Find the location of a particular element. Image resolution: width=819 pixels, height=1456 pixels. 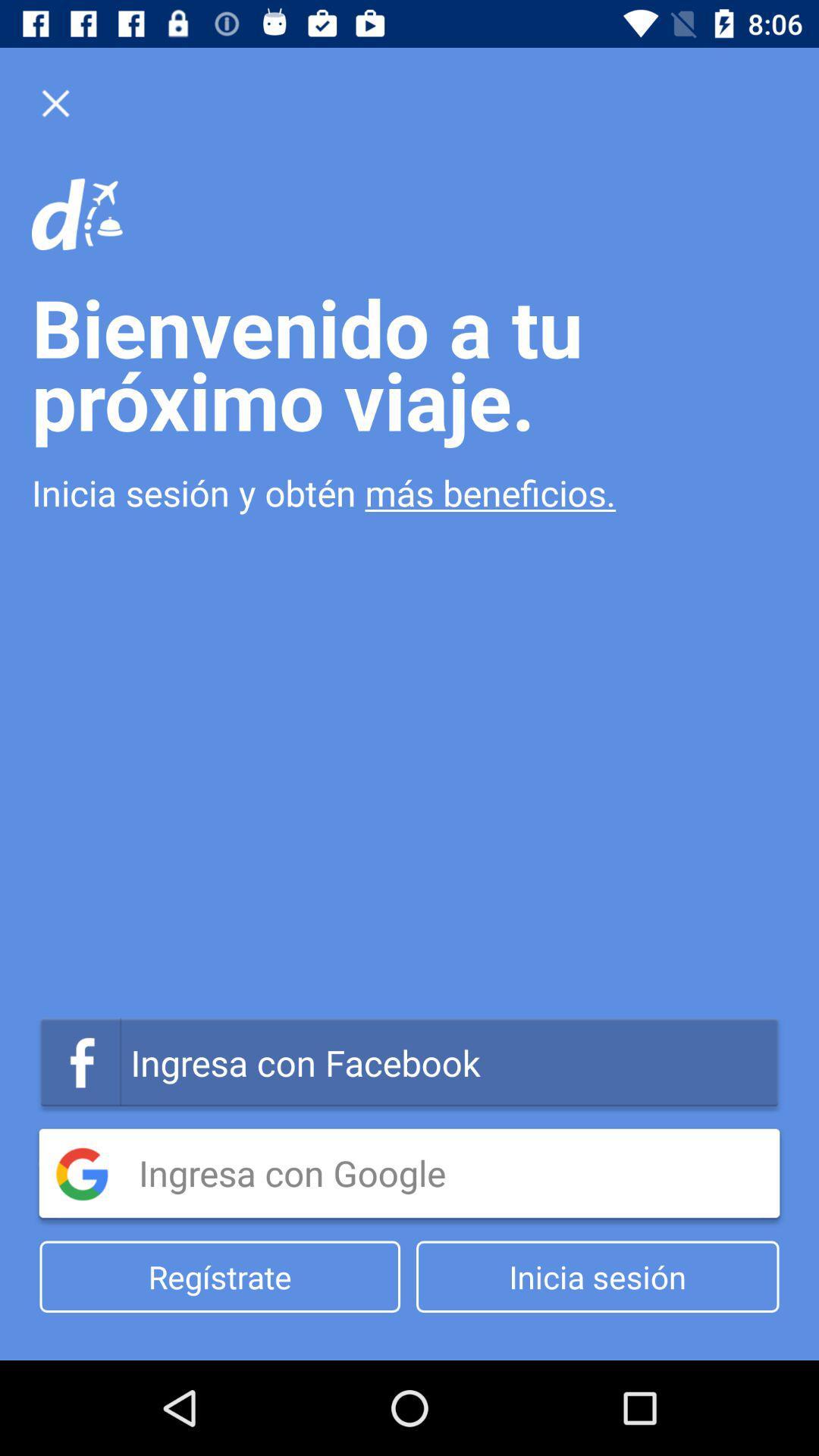

the close icon is located at coordinates (55, 102).